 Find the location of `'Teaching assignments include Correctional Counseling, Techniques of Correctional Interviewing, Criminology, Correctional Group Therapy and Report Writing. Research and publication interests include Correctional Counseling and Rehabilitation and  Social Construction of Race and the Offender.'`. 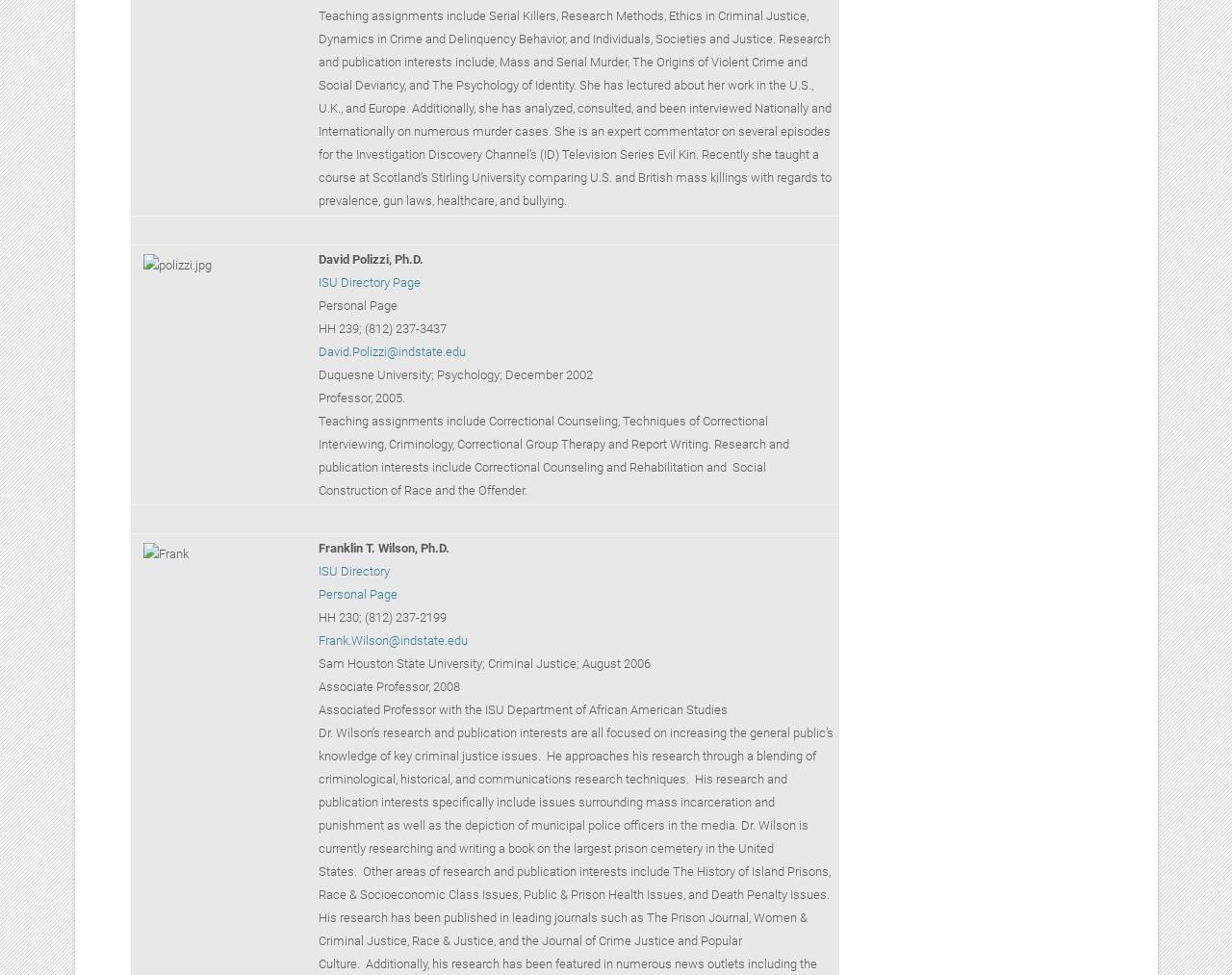

'Teaching assignments include Correctional Counseling, Techniques of Correctional Interviewing, Criminology, Correctional Group Therapy and Report Writing. Research and publication interests include Correctional Counseling and Rehabilitation and  Social Construction of Race and the Offender.' is located at coordinates (552, 453).